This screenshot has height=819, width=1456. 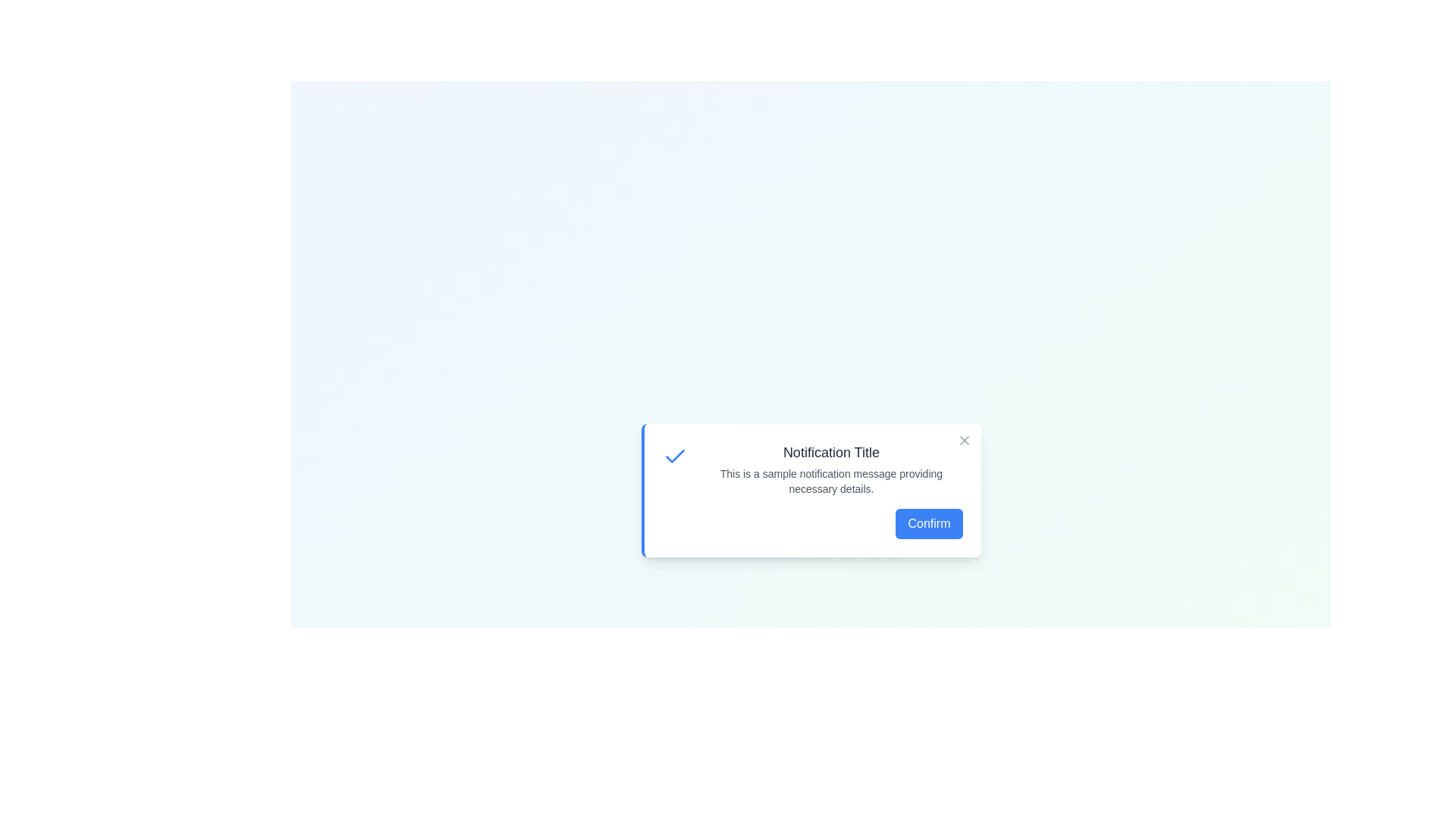 I want to click on 'Confirm' button to confirm the action, so click(x=927, y=522).